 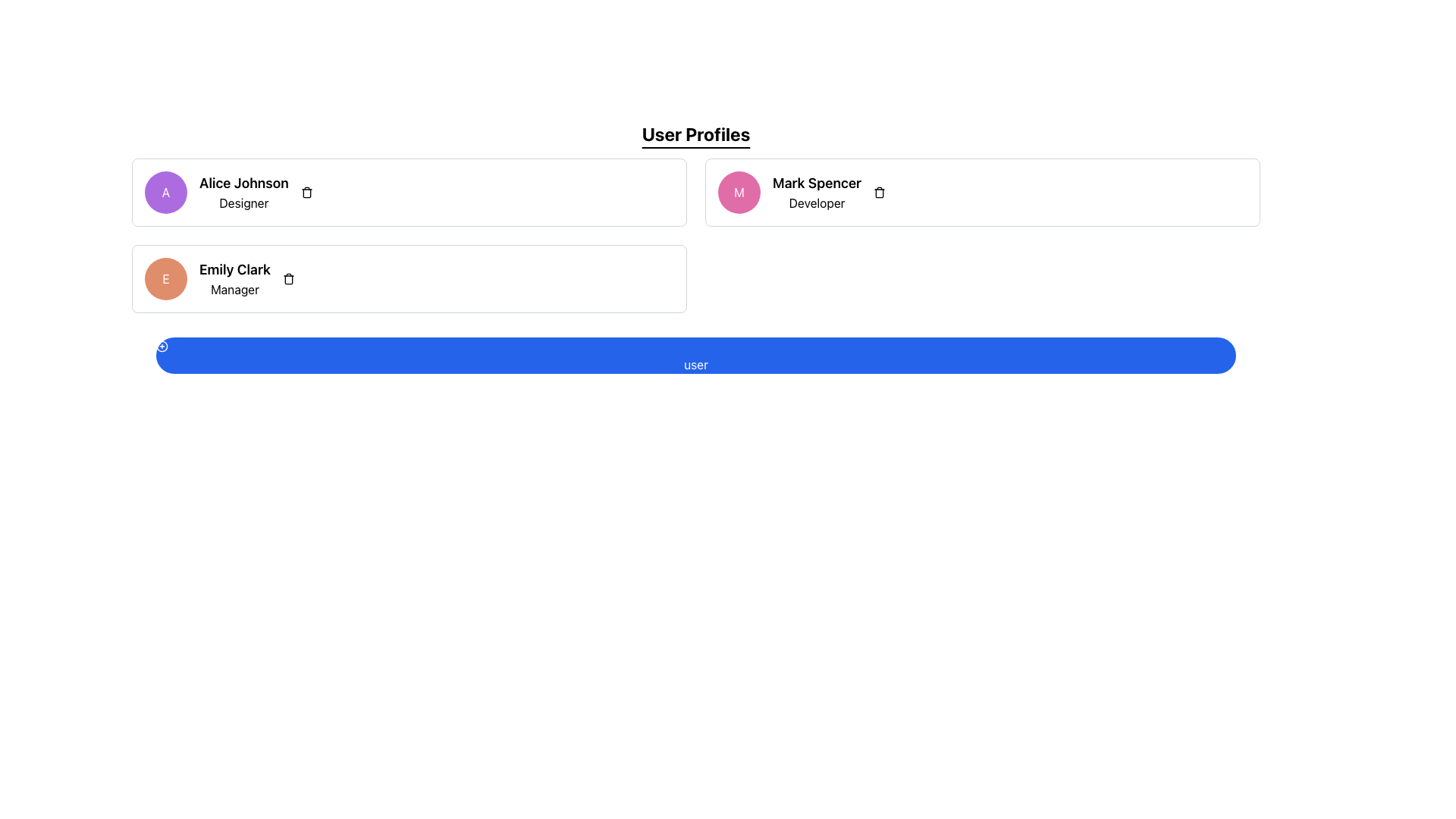 What do you see at coordinates (816, 183) in the screenshot?
I see `the user name text label in the profile card located in the top-right section of the interface` at bounding box center [816, 183].